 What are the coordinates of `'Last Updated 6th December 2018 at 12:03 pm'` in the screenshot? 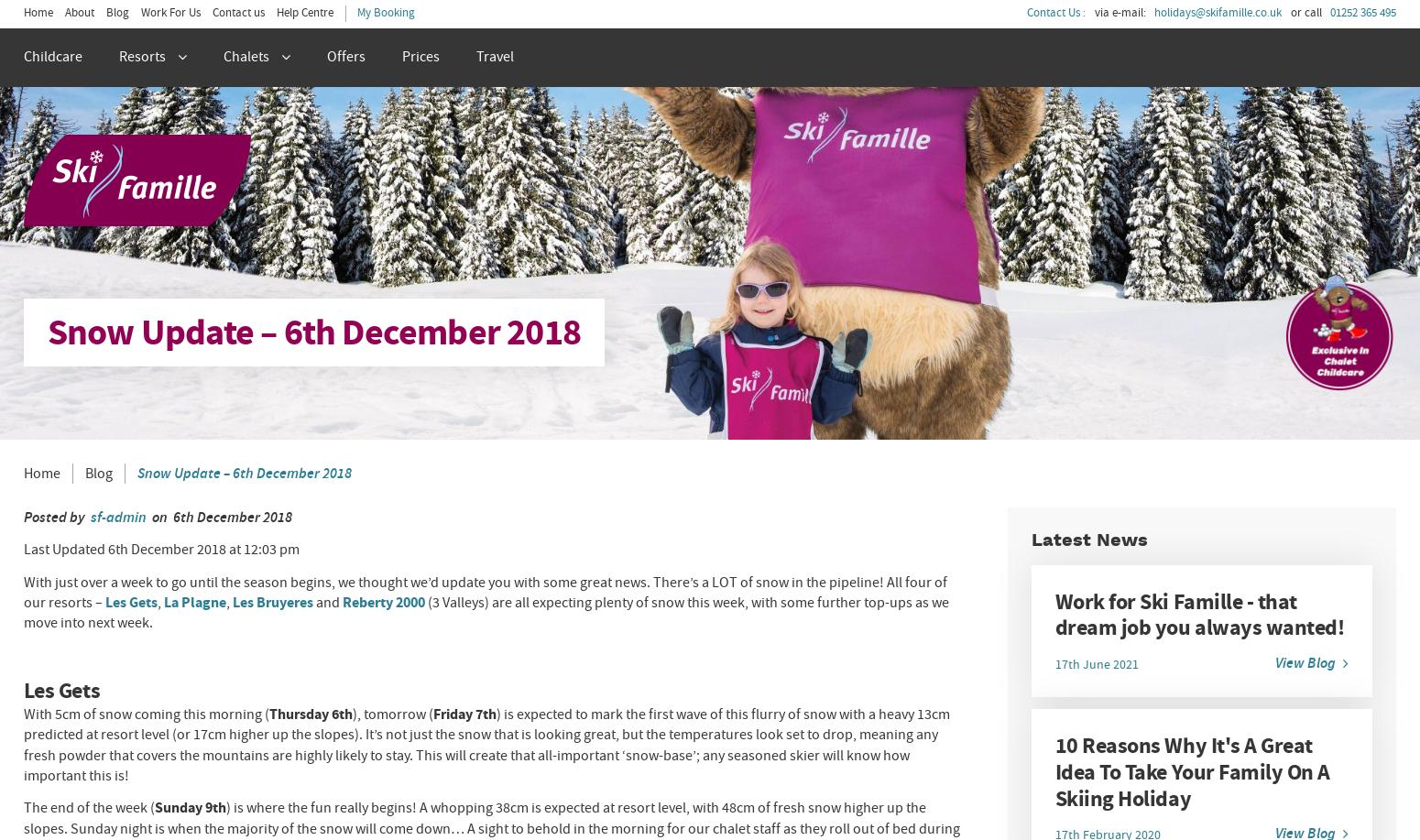 It's located at (159, 548).